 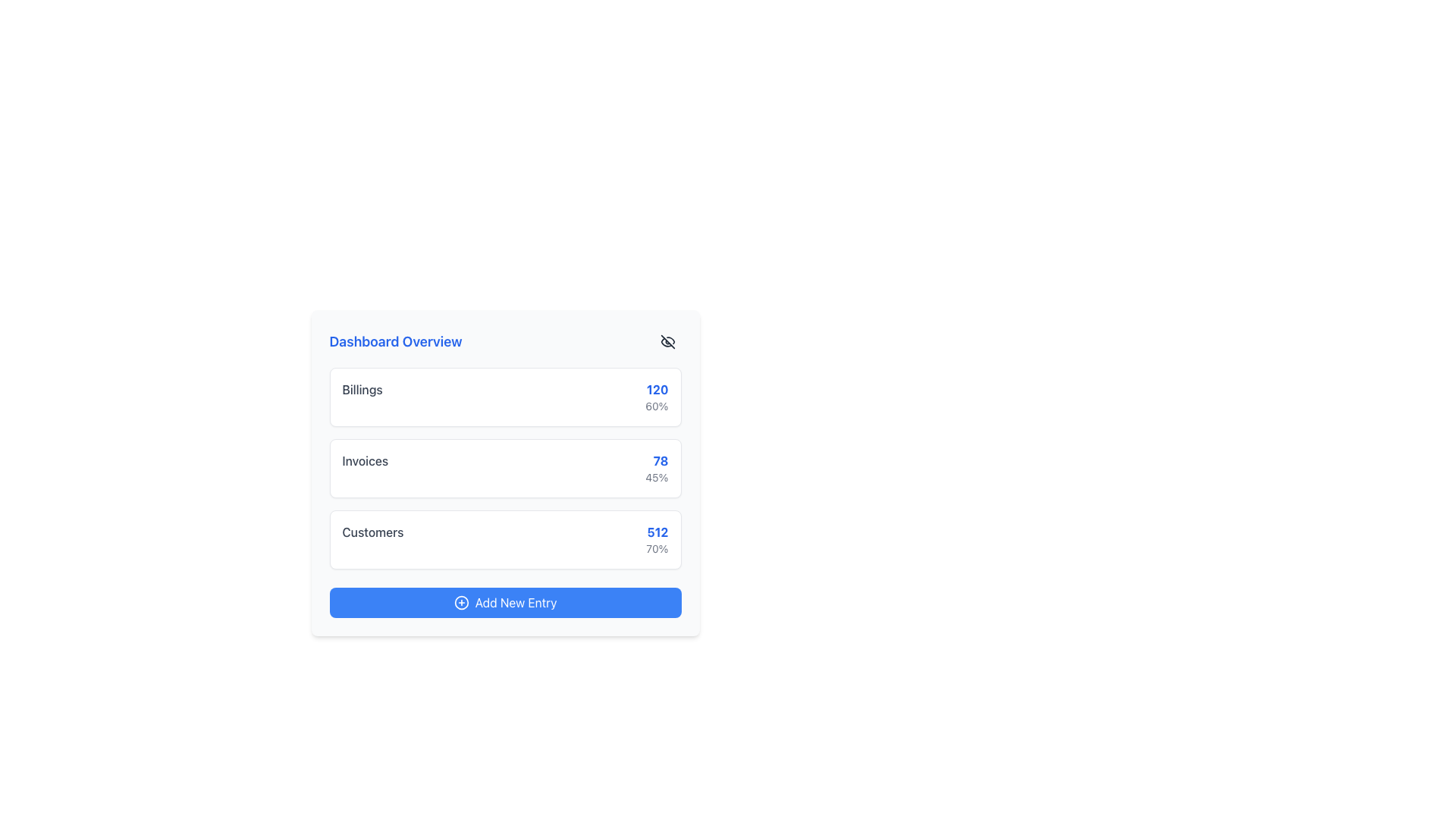 What do you see at coordinates (657, 388) in the screenshot?
I see `the Text label displaying the number '120' in the top-right part of the 'Billings' section of the dashboard` at bounding box center [657, 388].